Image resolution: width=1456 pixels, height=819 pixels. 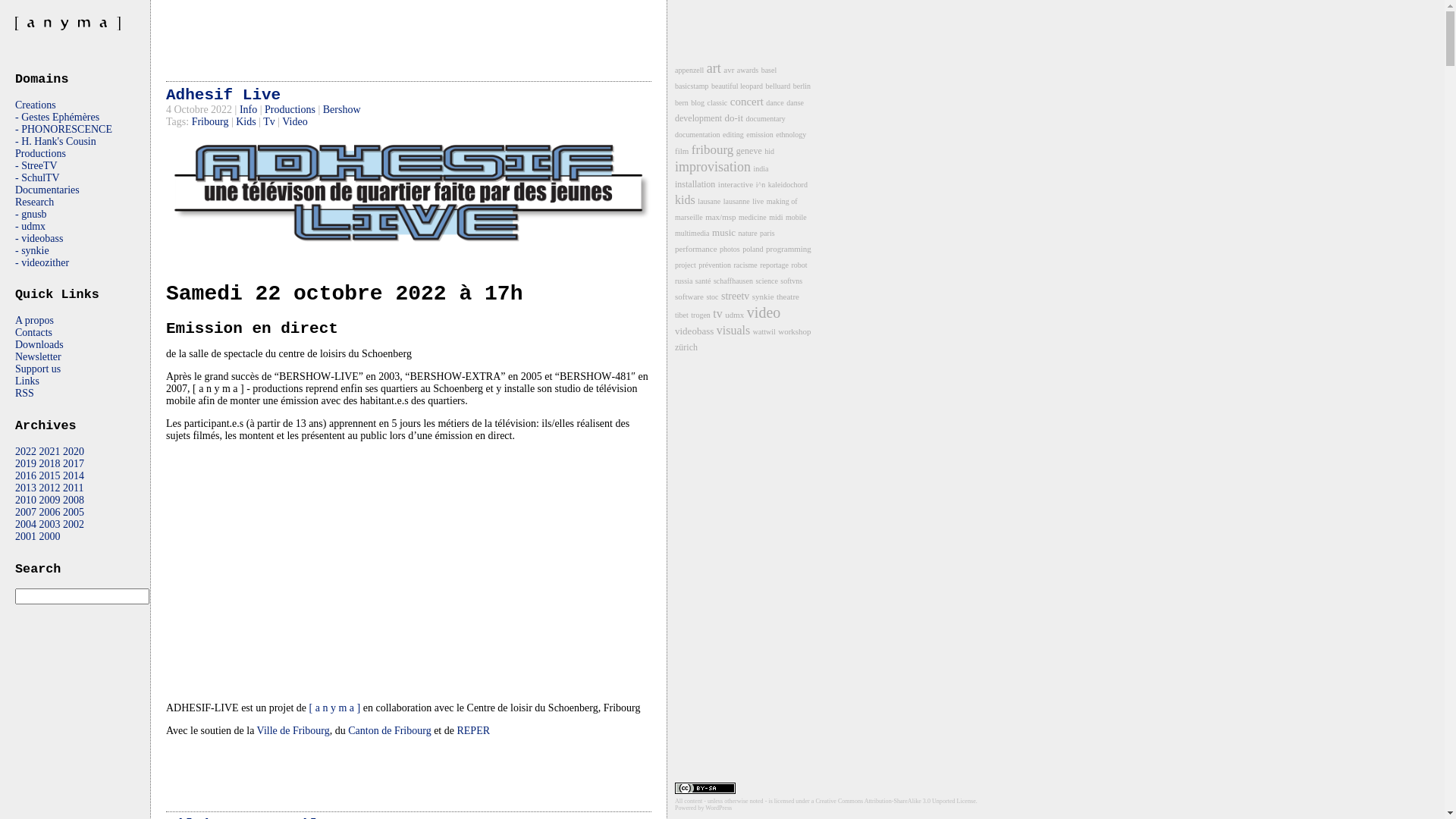 What do you see at coordinates (14, 535) in the screenshot?
I see `'2001'` at bounding box center [14, 535].